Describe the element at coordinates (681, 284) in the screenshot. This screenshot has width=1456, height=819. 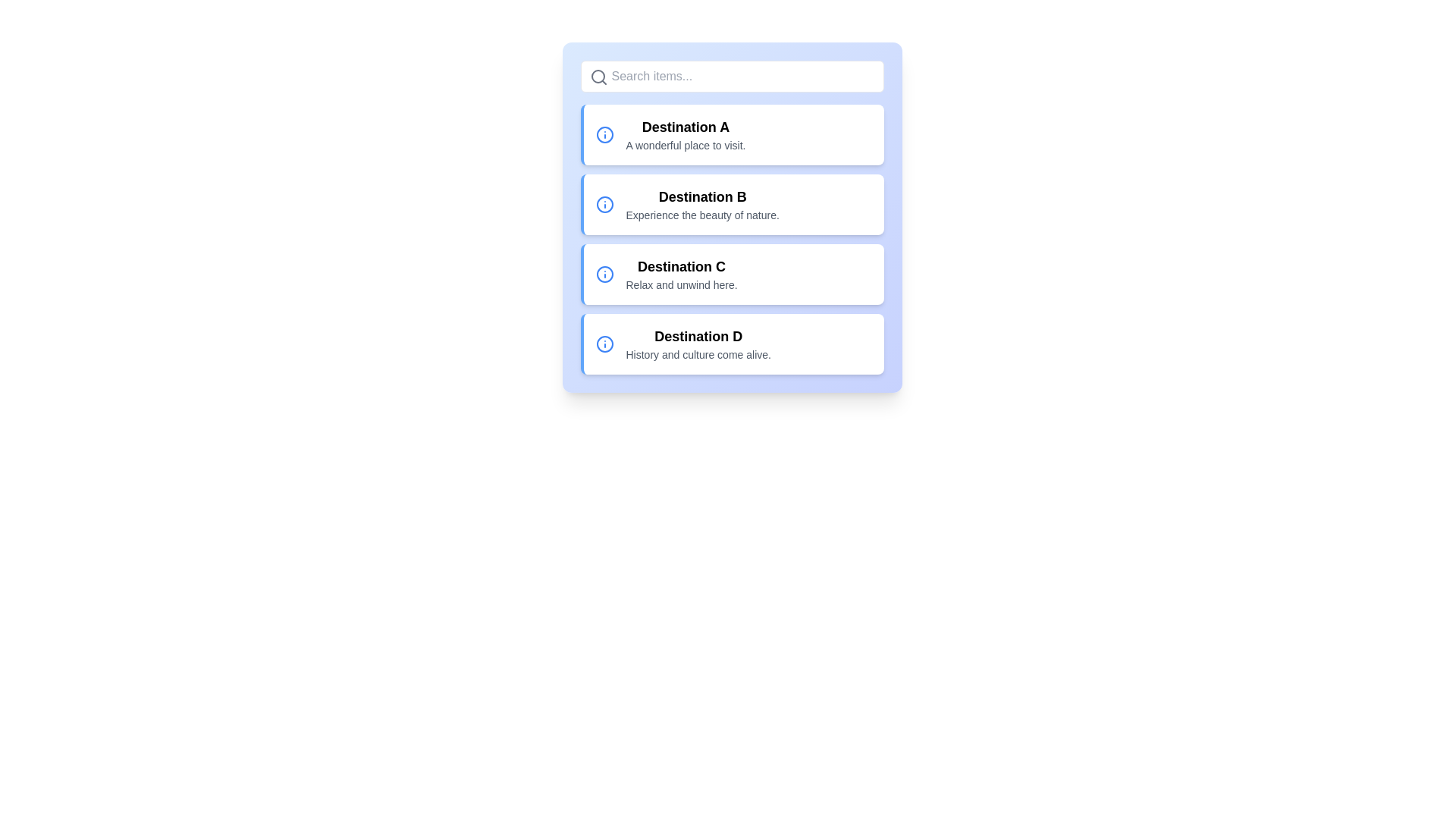
I see `the descriptive text that provides context for 'Destination C', located below the main destination text and aligned left` at that location.